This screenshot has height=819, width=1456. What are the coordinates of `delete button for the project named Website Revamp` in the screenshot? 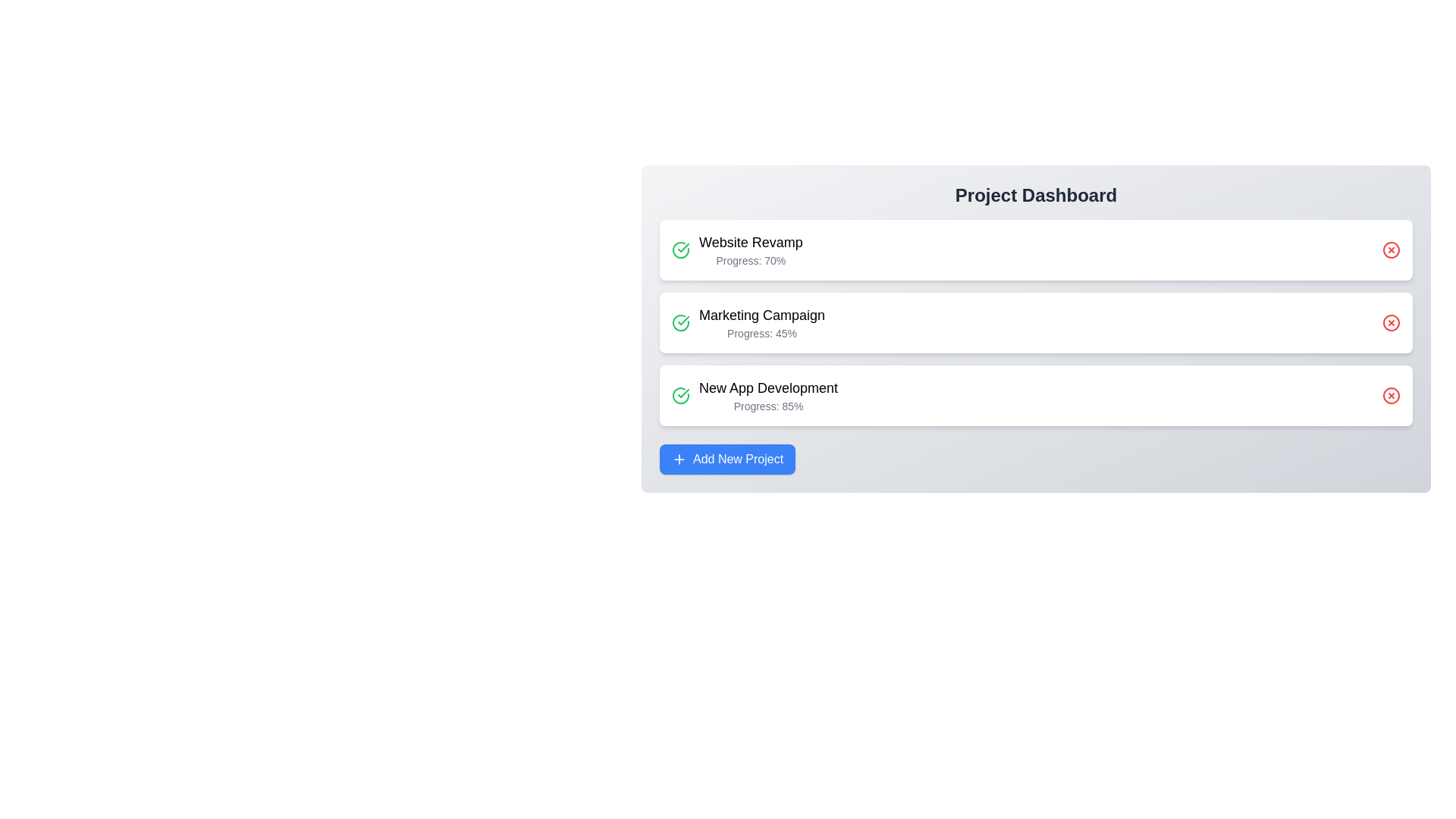 It's located at (1391, 249).